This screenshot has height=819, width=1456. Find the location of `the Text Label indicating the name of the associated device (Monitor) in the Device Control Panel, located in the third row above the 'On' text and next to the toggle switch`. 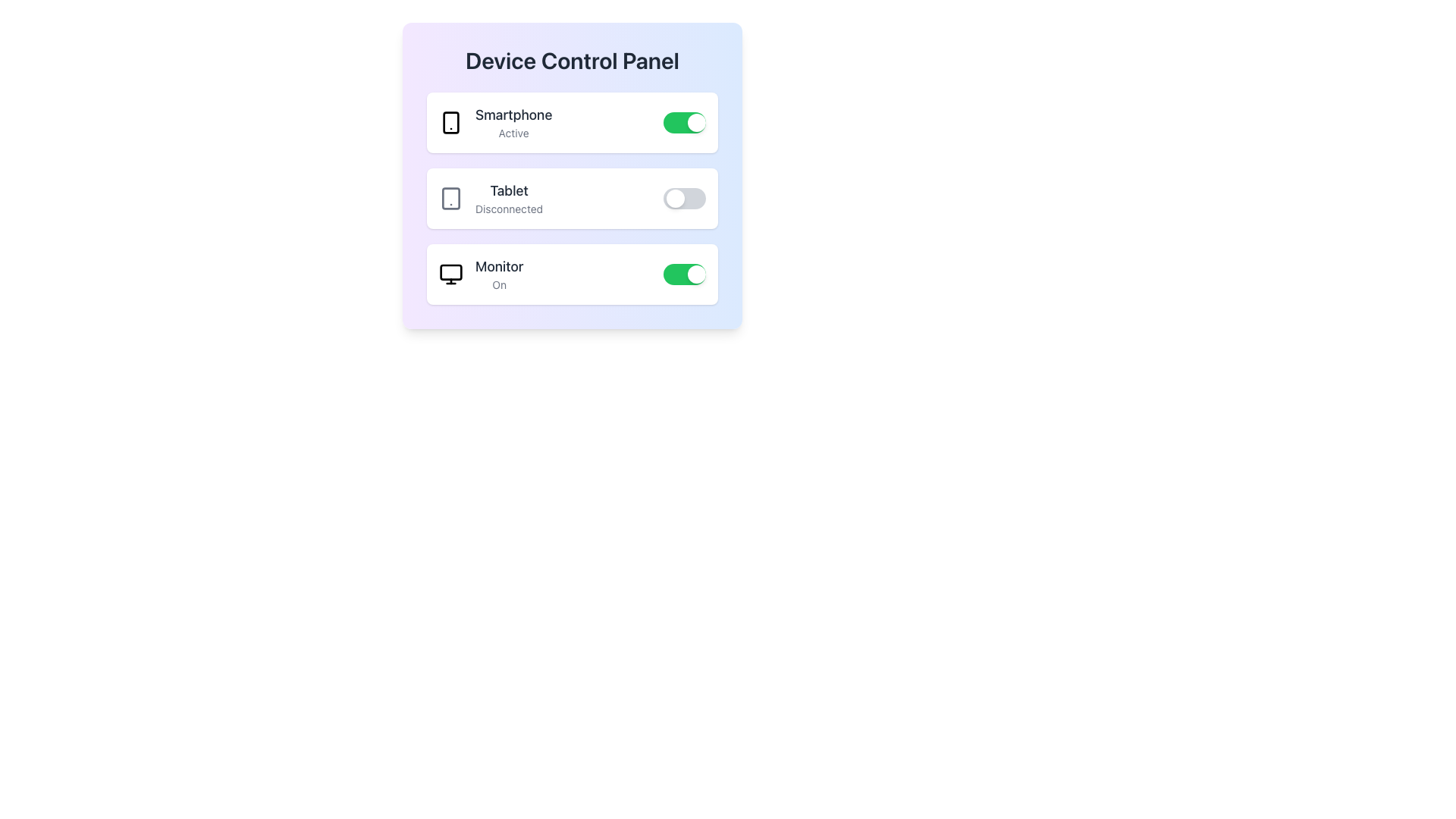

the Text Label indicating the name of the associated device (Monitor) in the Device Control Panel, located in the third row above the 'On' text and next to the toggle switch is located at coordinates (499, 265).